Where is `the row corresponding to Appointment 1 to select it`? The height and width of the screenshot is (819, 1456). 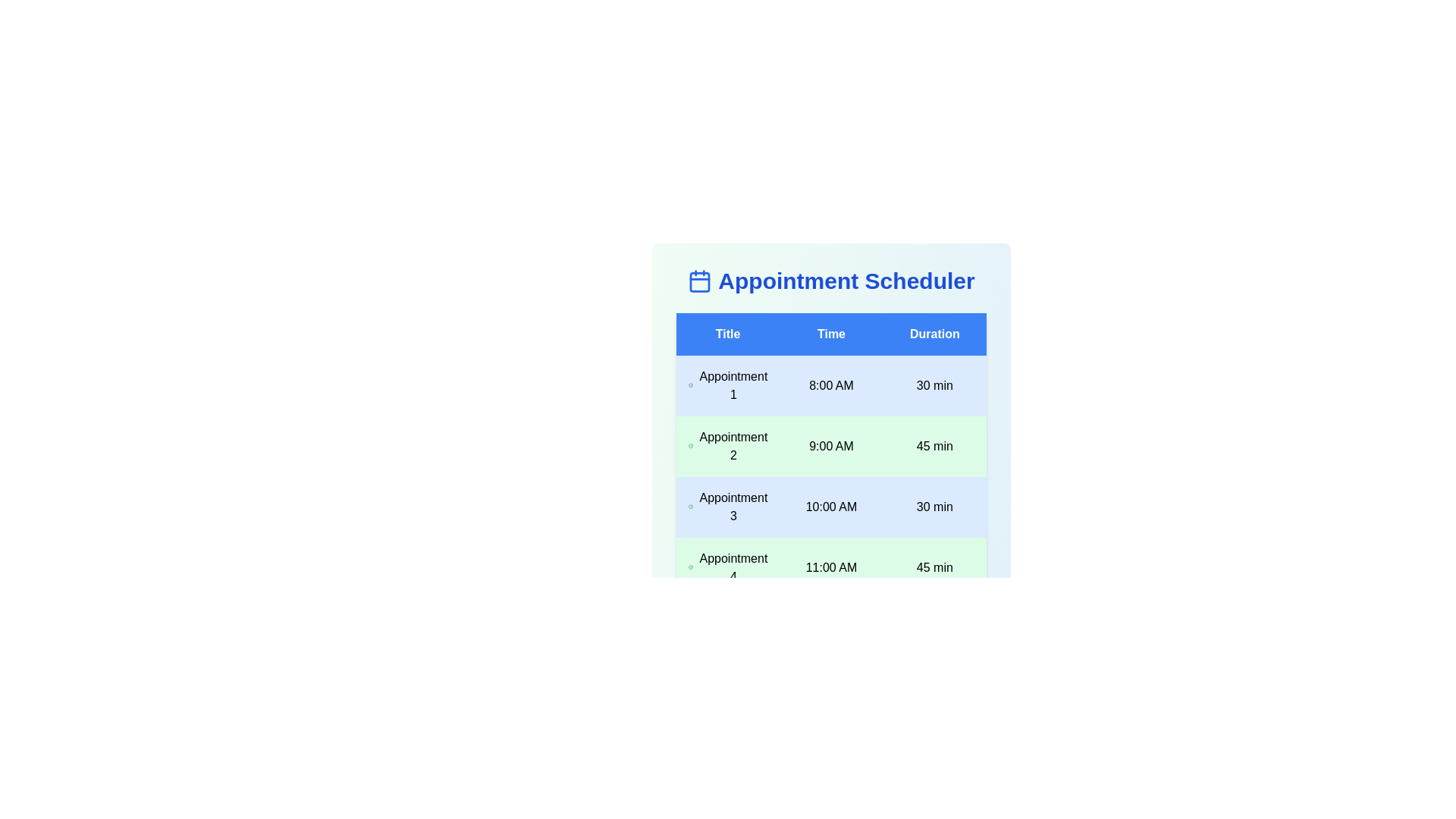
the row corresponding to Appointment 1 to select it is located at coordinates (830, 385).